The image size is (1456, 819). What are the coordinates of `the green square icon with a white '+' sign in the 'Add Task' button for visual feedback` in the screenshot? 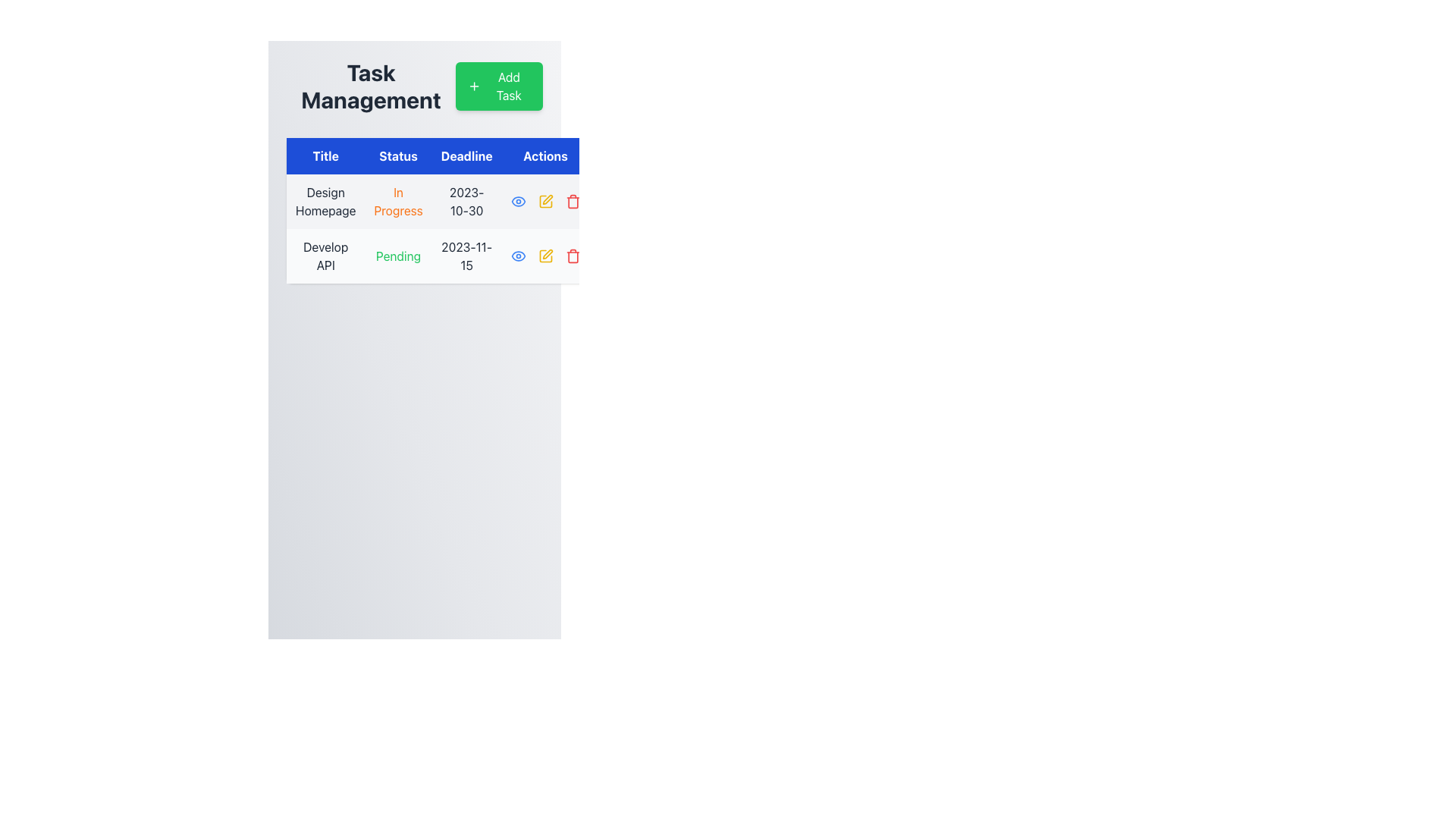 It's located at (473, 86).